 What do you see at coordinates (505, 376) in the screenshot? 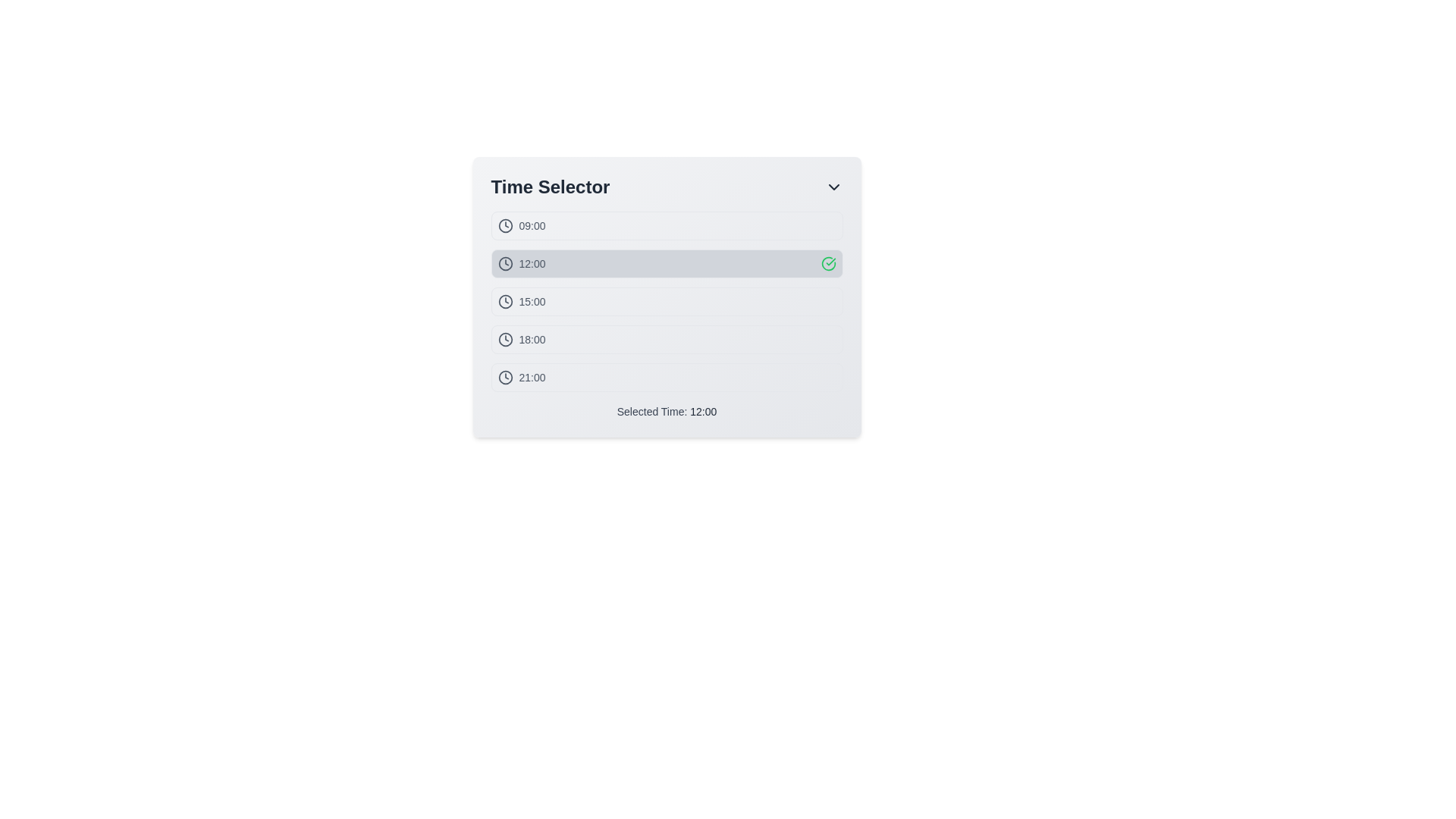
I see `the clock icon that visually indicates the time-related entry for '21:00', positioned to the left of the time text in the list` at bounding box center [505, 376].